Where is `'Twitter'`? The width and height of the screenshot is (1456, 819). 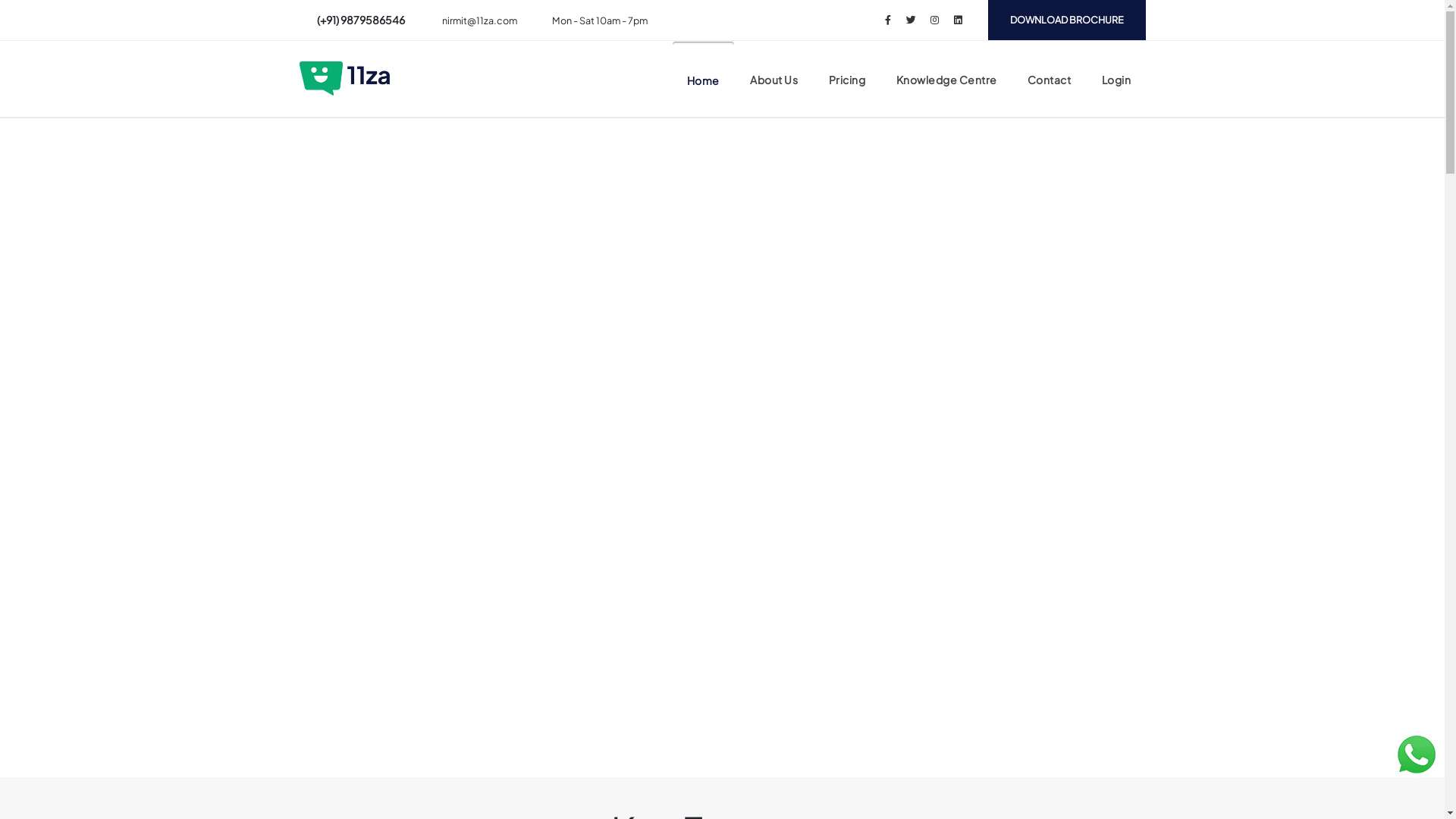 'Twitter' is located at coordinates (910, 20).